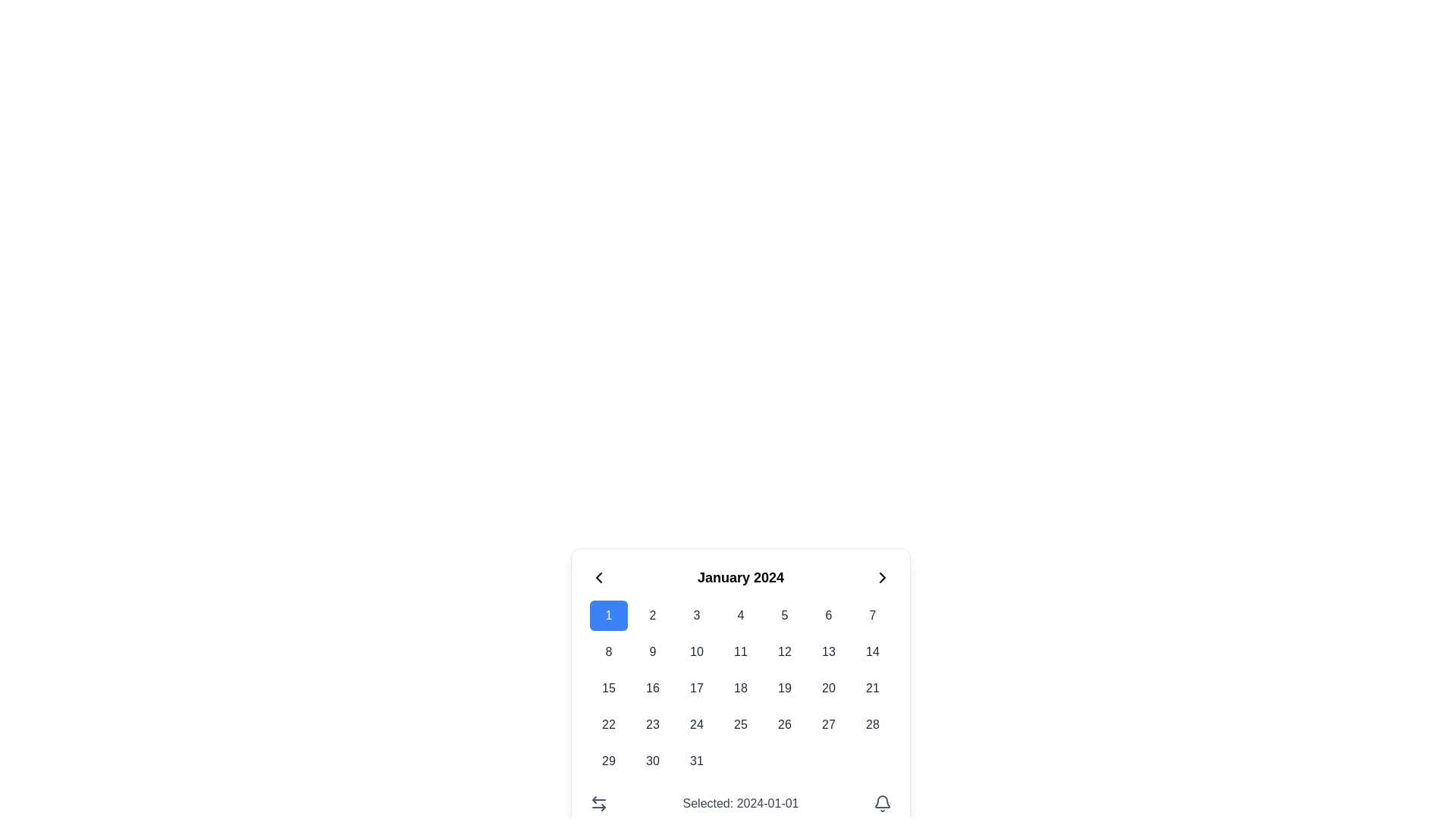 This screenshot has height=819, width=1456. I want to click on the selectable calendar day cell for the date '8' located in the second row and first column of the calendar grid, so click(608, 651).